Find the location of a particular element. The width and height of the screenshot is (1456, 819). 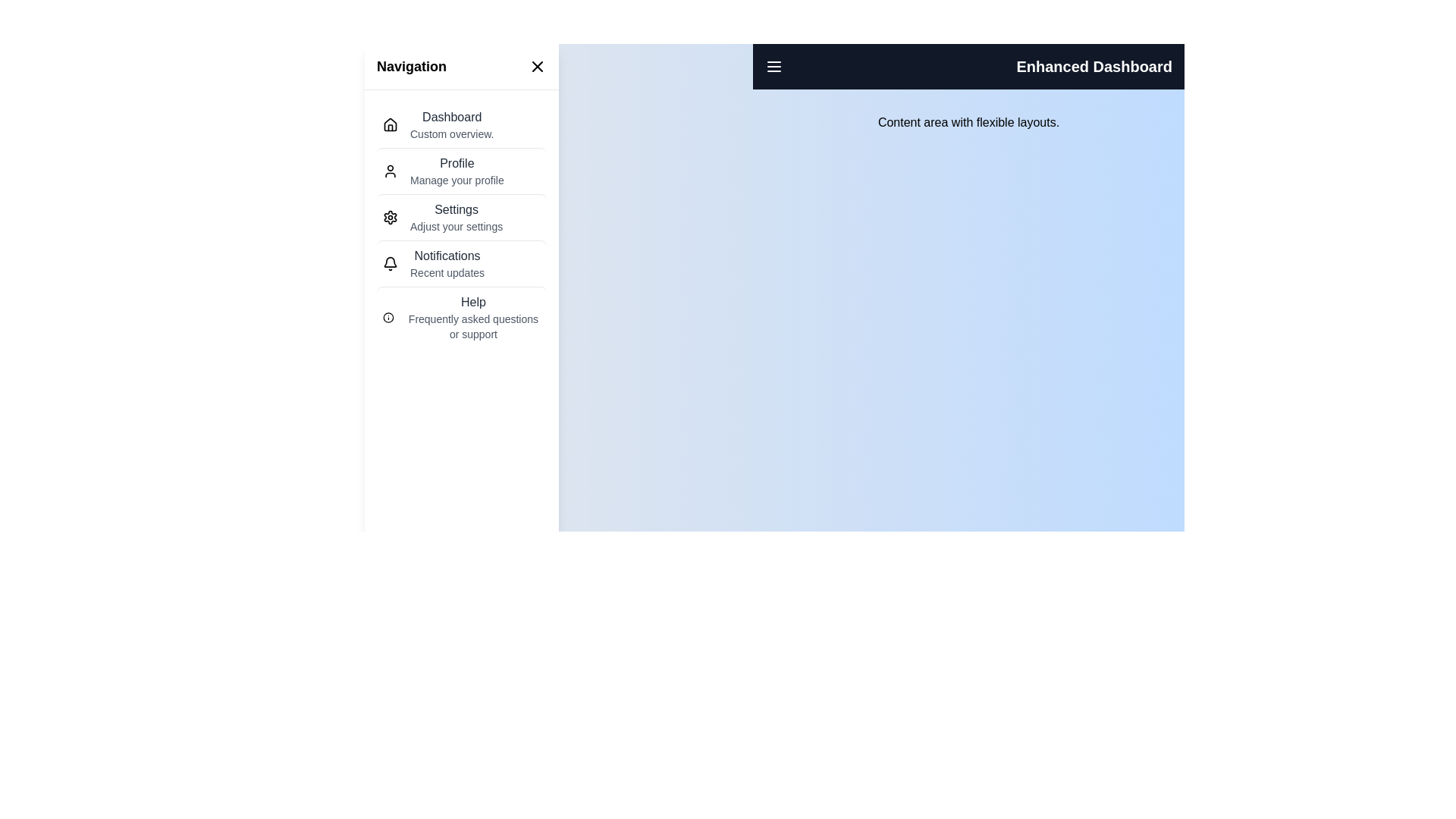

the 'Settings' icon located in the sidebar navigation menu, positioned fourth in the list with the text label 'Settings' next to it is located at coordinates (390, 217).